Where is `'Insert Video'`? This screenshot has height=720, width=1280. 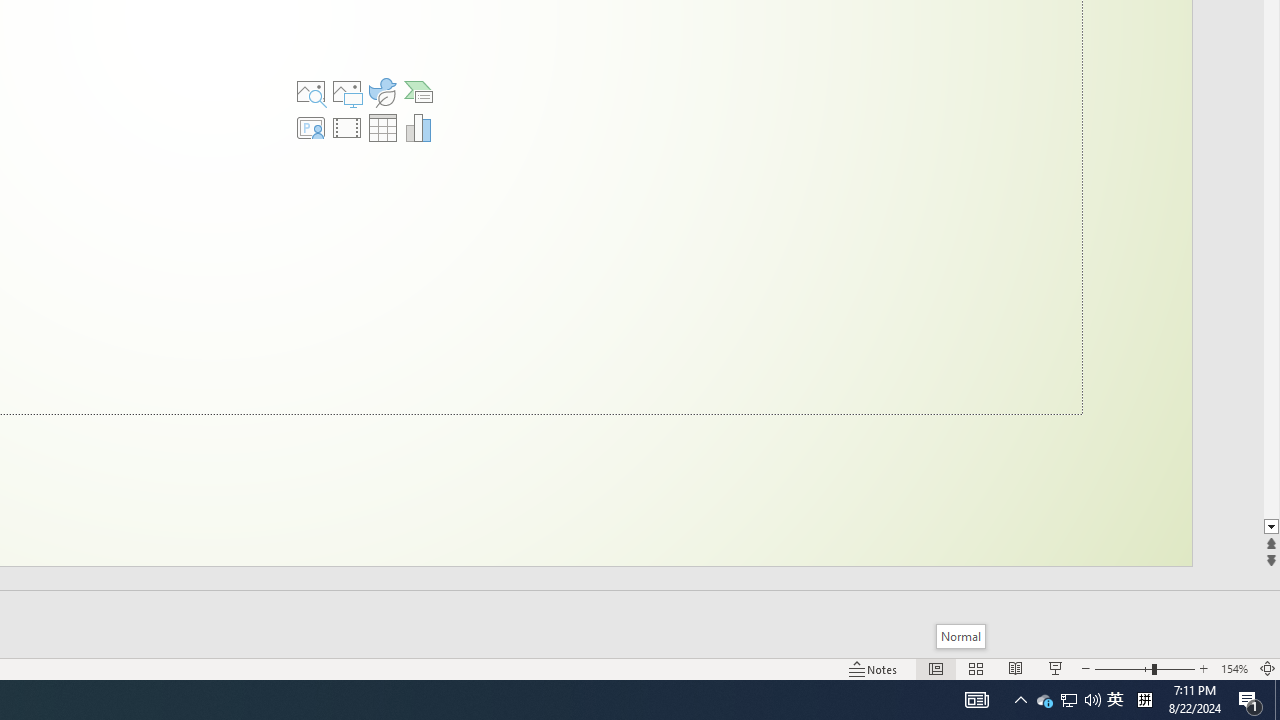
'Insert Video' is located at coordinates (347, 128).